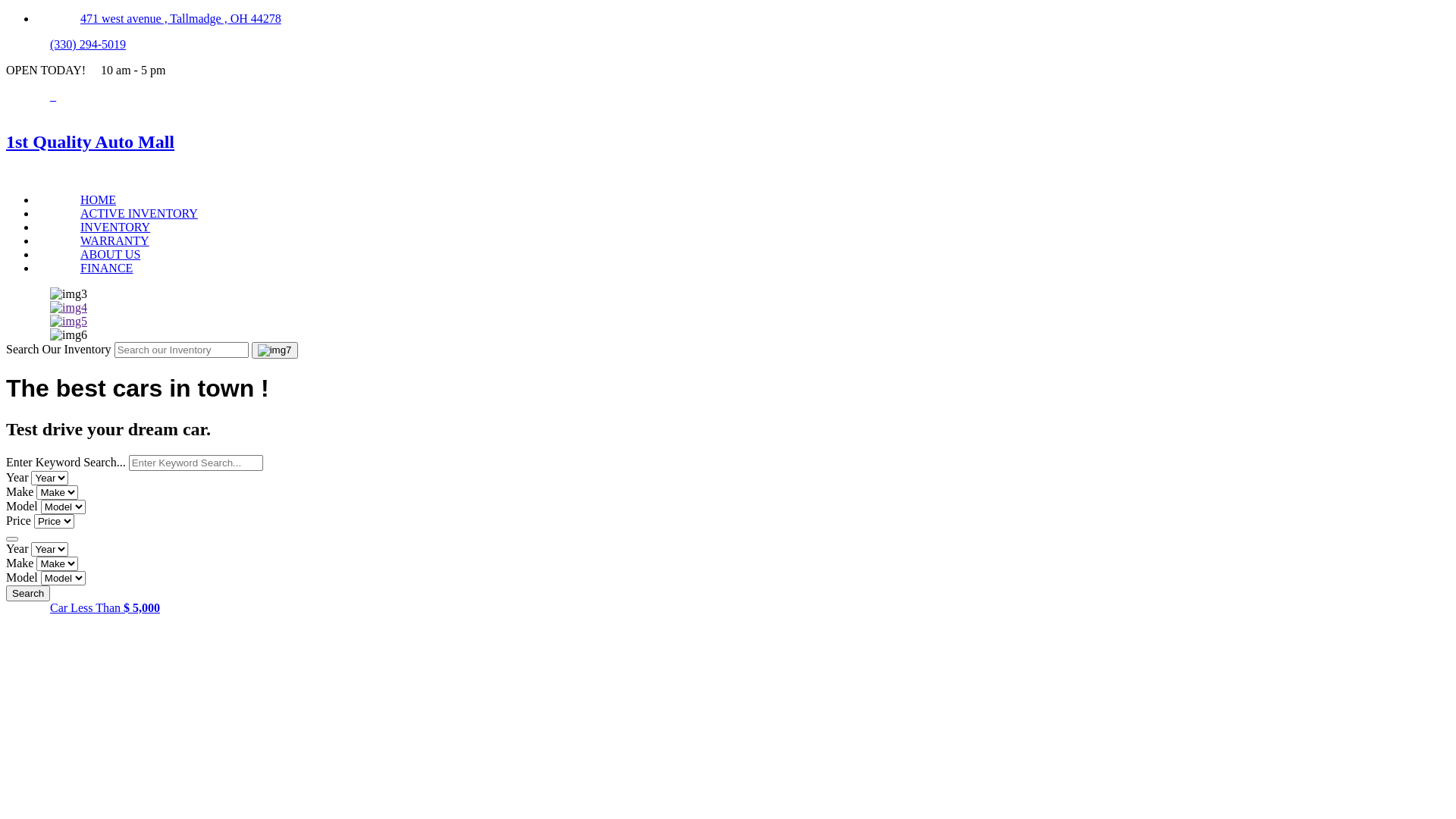  Describe the element at coordinates (139, 213) in the screenshot. I see `'ACTIVE INVENTORY'` at that location.